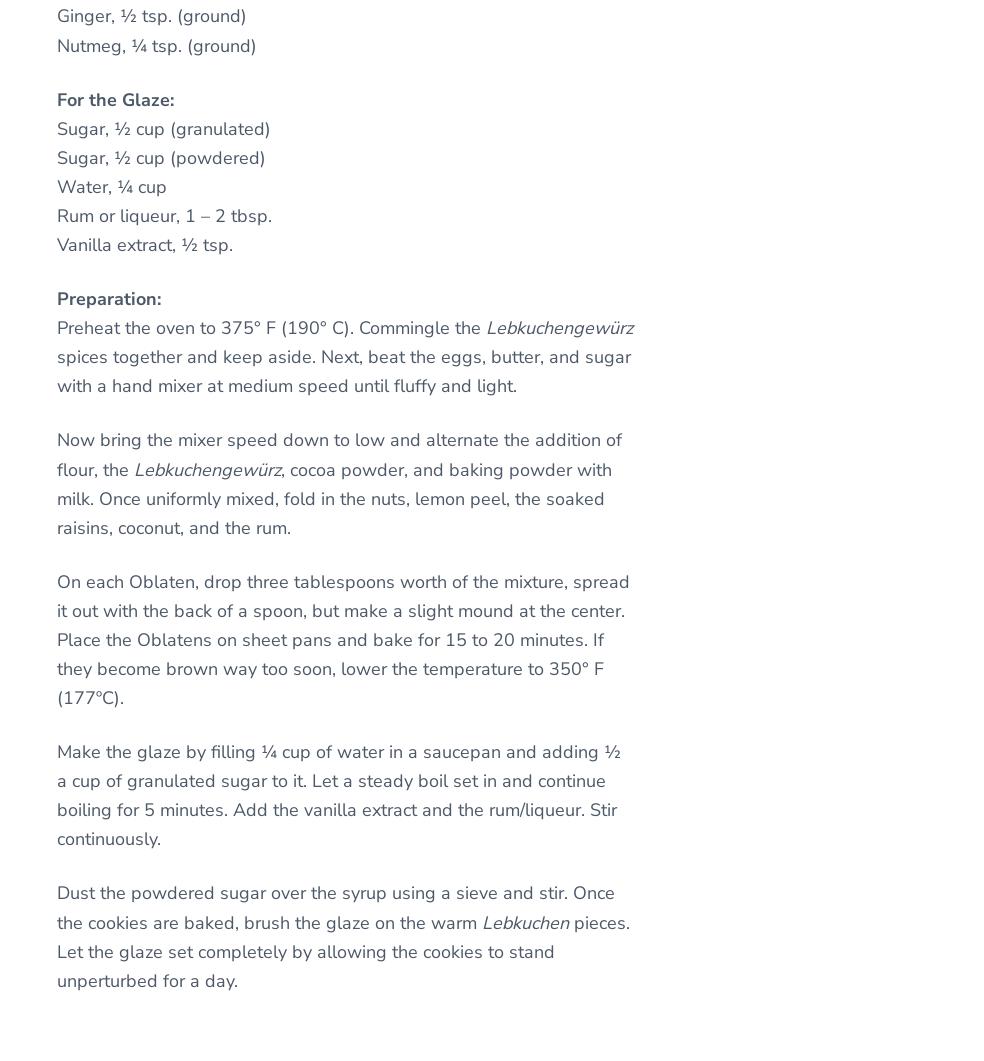 Image resolution: width=984 pixels, height=1061 pixels. Describe the element at coordinates (157, 44) in the screenshot. I see `'Nutmeg, ¼ tsp. (ground)'` at that location.